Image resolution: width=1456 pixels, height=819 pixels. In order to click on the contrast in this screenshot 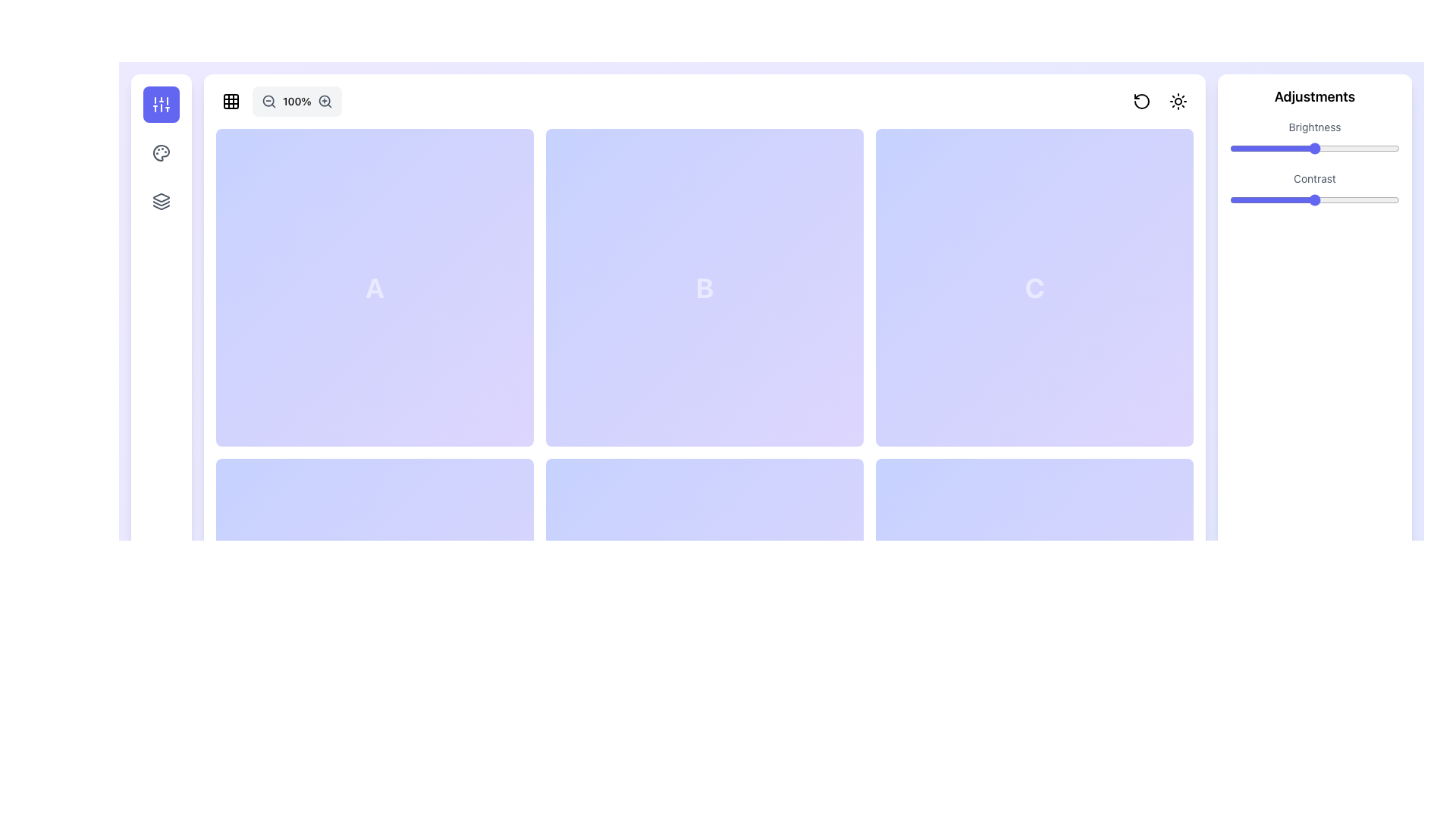, I will do `click(1376, 199)`.